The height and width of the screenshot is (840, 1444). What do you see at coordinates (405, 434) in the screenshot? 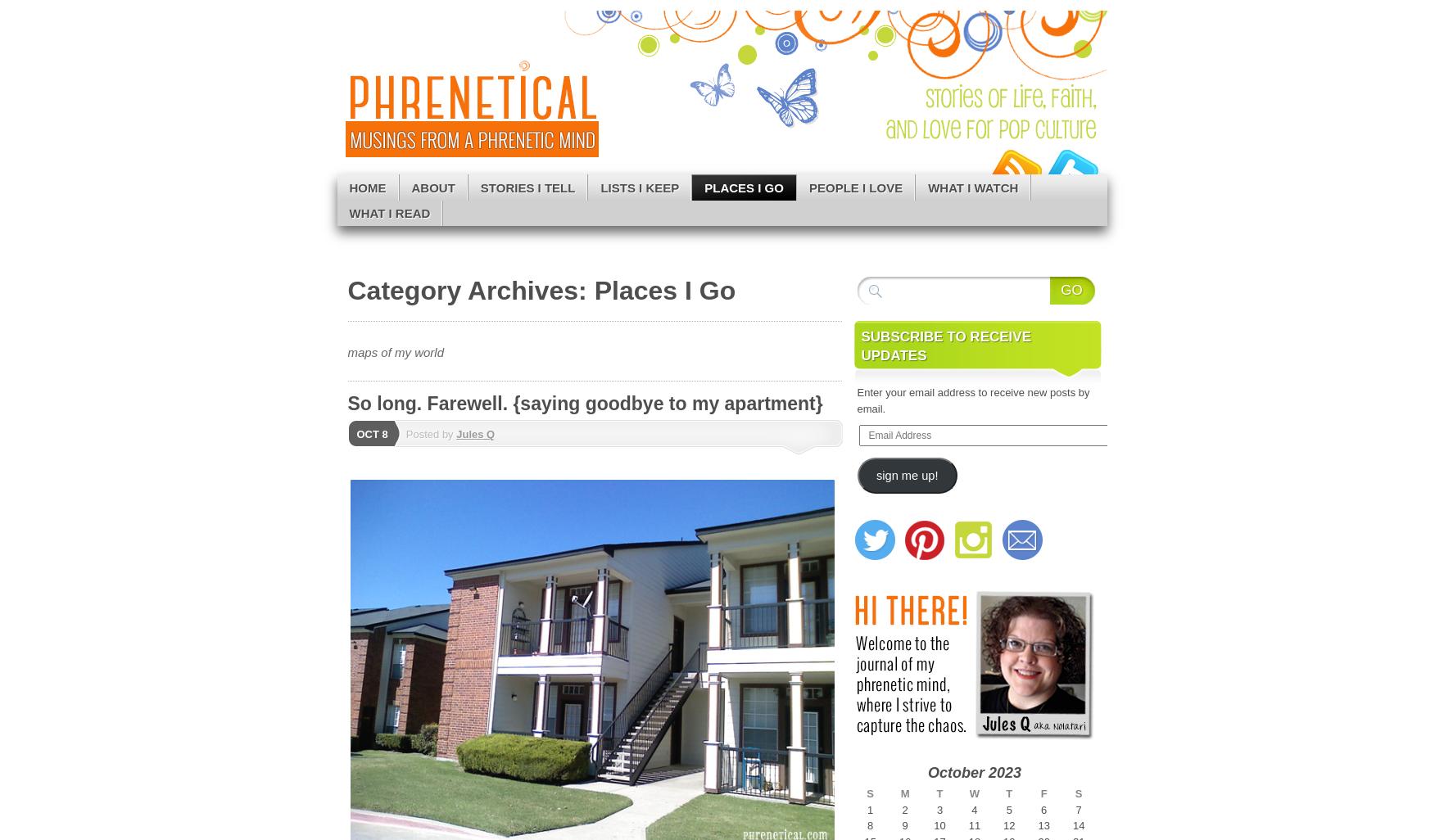
I see `'Posted by'` at bounding box center [405, 434].